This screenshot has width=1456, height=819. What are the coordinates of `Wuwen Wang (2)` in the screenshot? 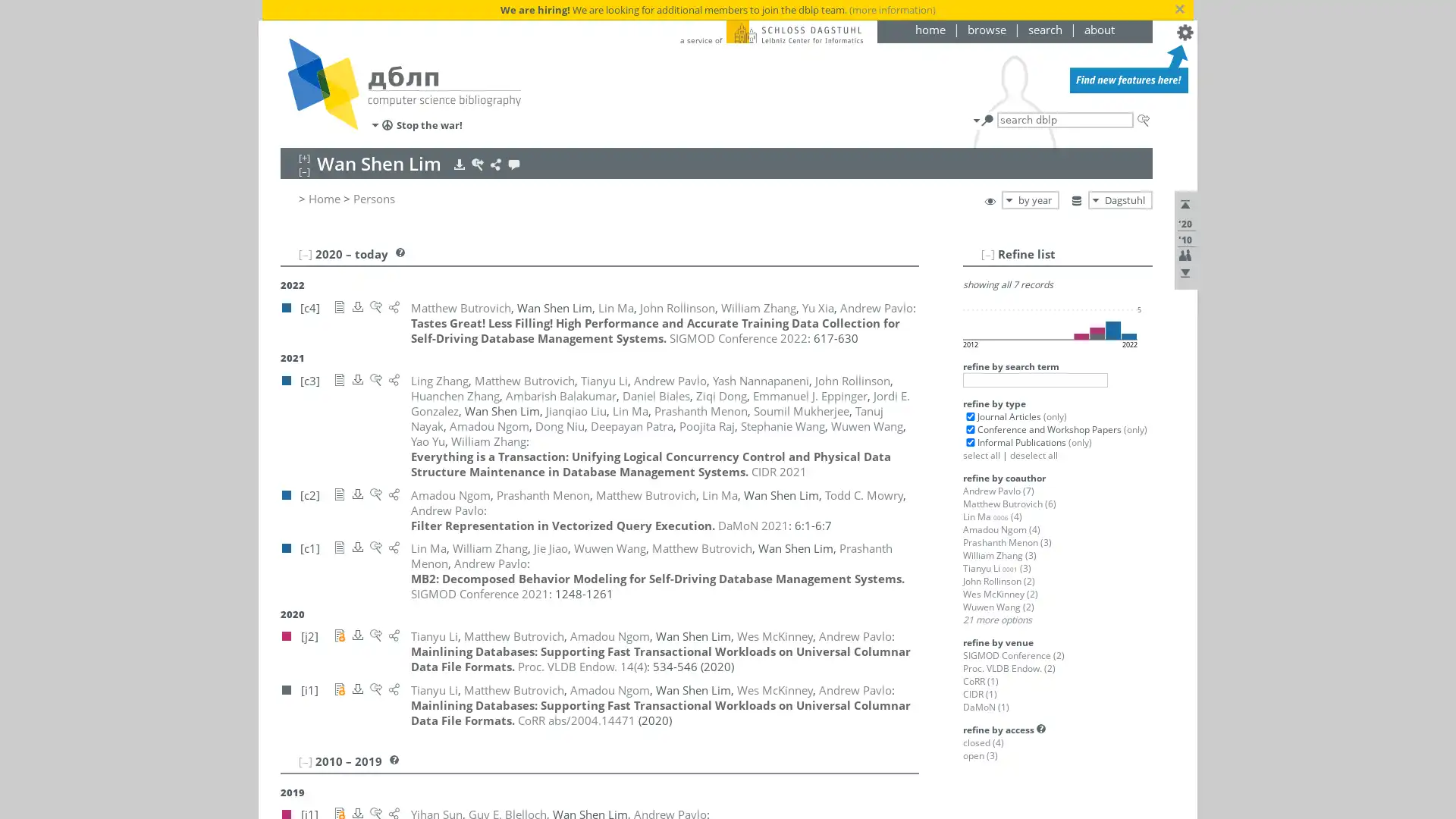 It's located at (998, 606).